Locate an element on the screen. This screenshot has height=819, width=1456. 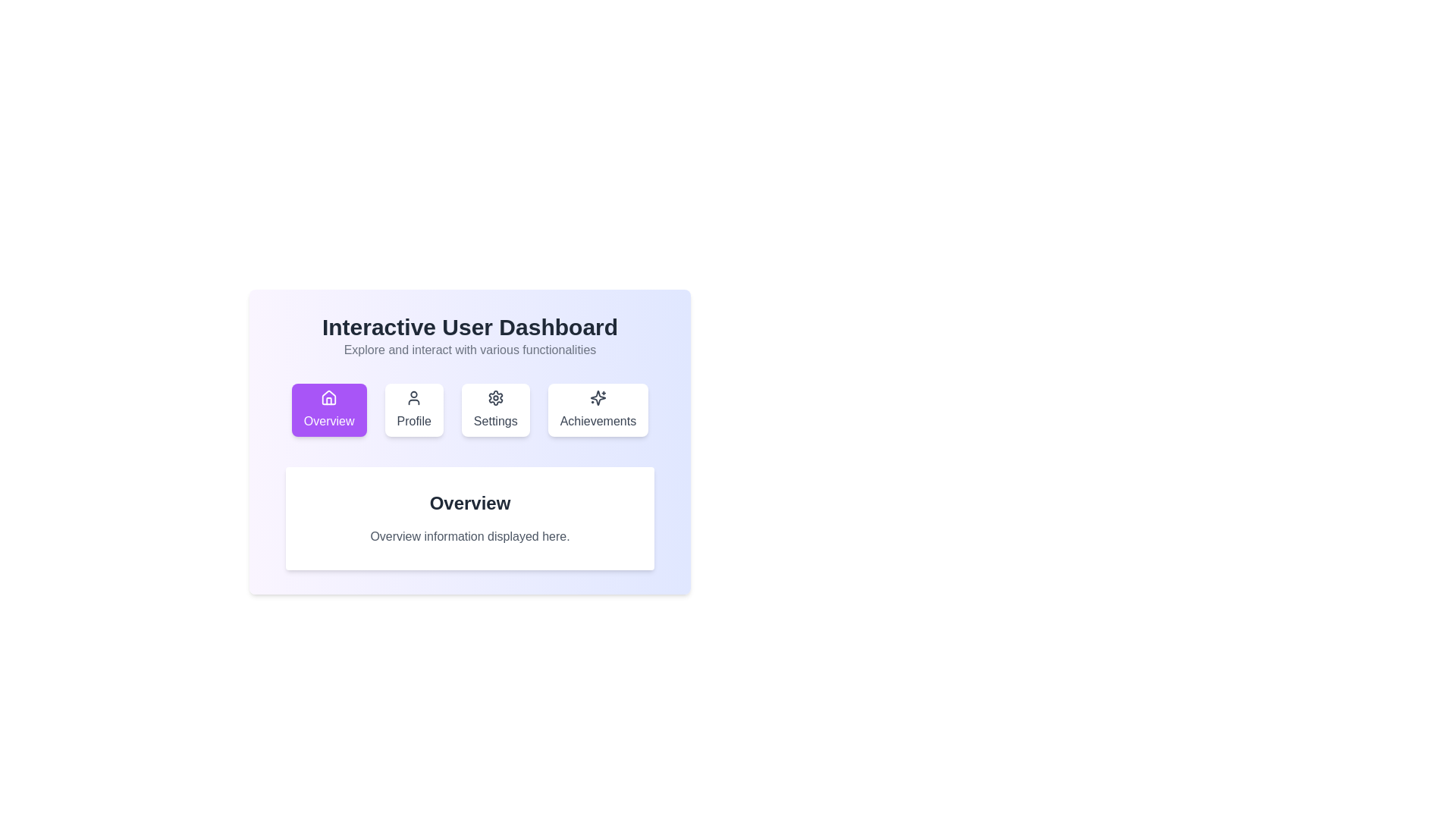
the descriptive text located beneath the heading 'Interactive User Dashboard' in the dashboard interface is located at coordinates (469, 350).